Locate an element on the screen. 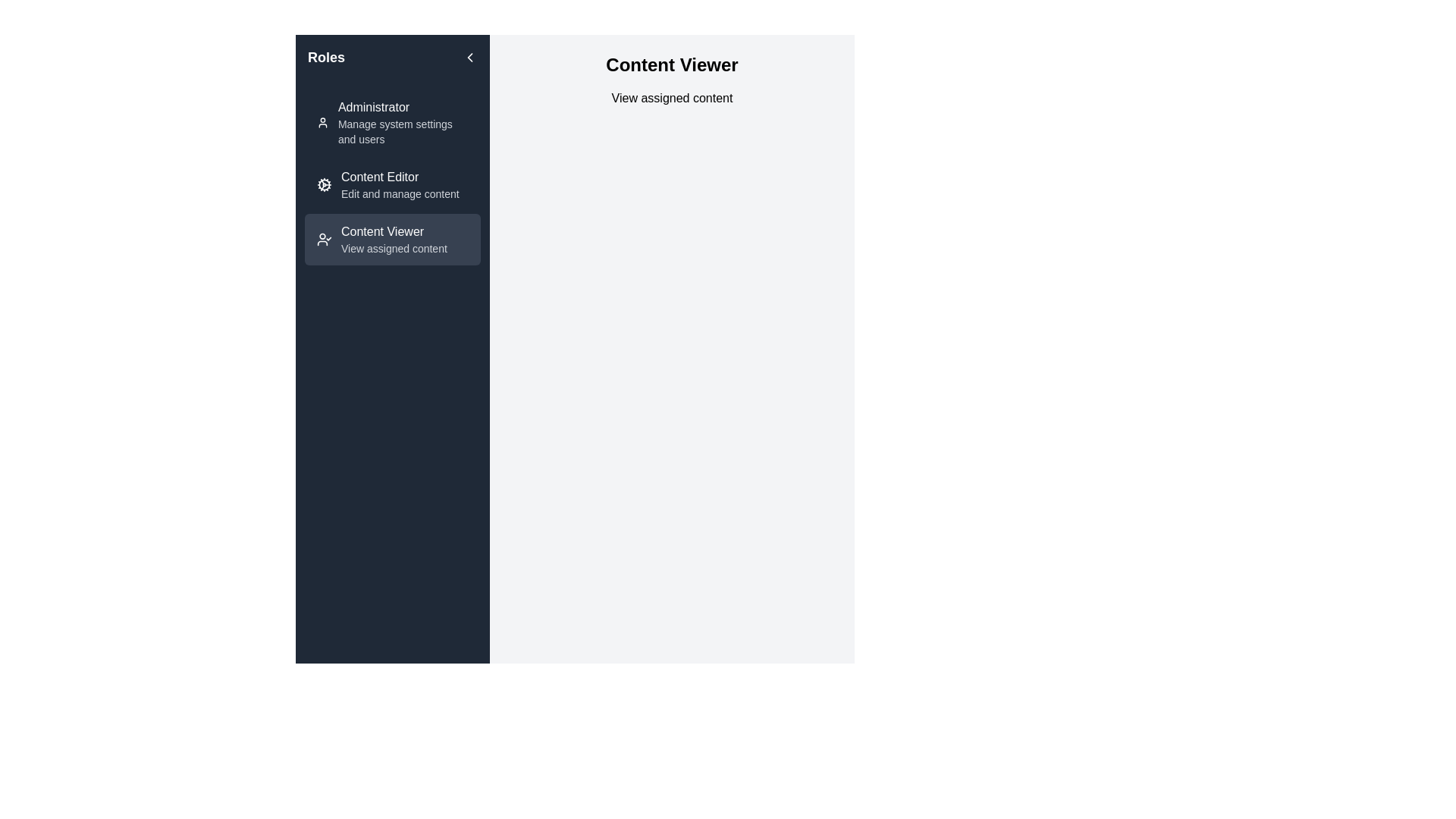  the label displaying 'View assigned content', which is located directly under the 'Content Viewer' title in the right-hand side column of the navigation pane is located at coordinates (394, 247).